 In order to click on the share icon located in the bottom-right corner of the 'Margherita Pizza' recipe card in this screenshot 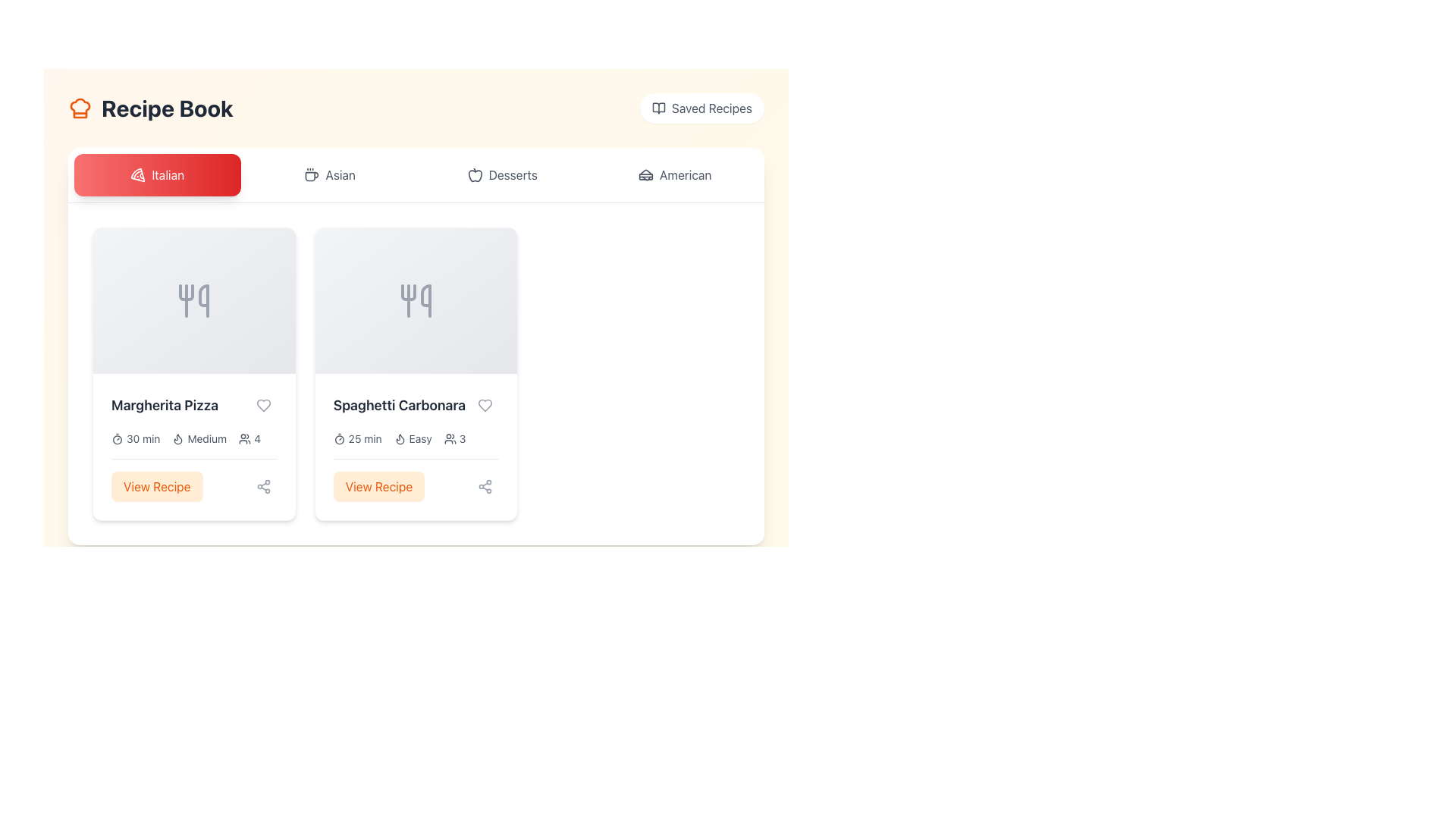, I will do `click(263, 486)`.